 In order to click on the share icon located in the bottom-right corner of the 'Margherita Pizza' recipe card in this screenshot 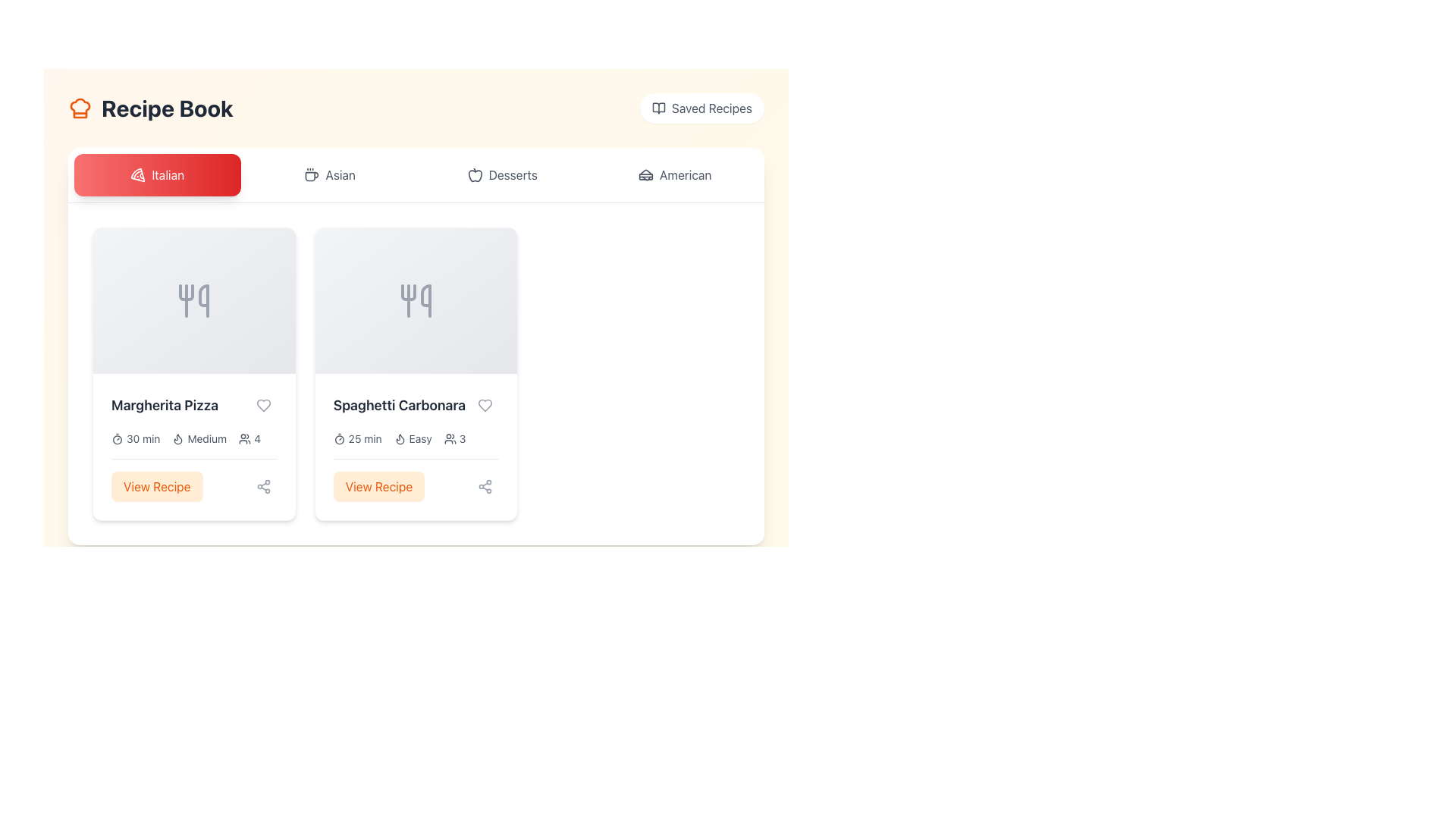, I will do `click(263, 486)`.